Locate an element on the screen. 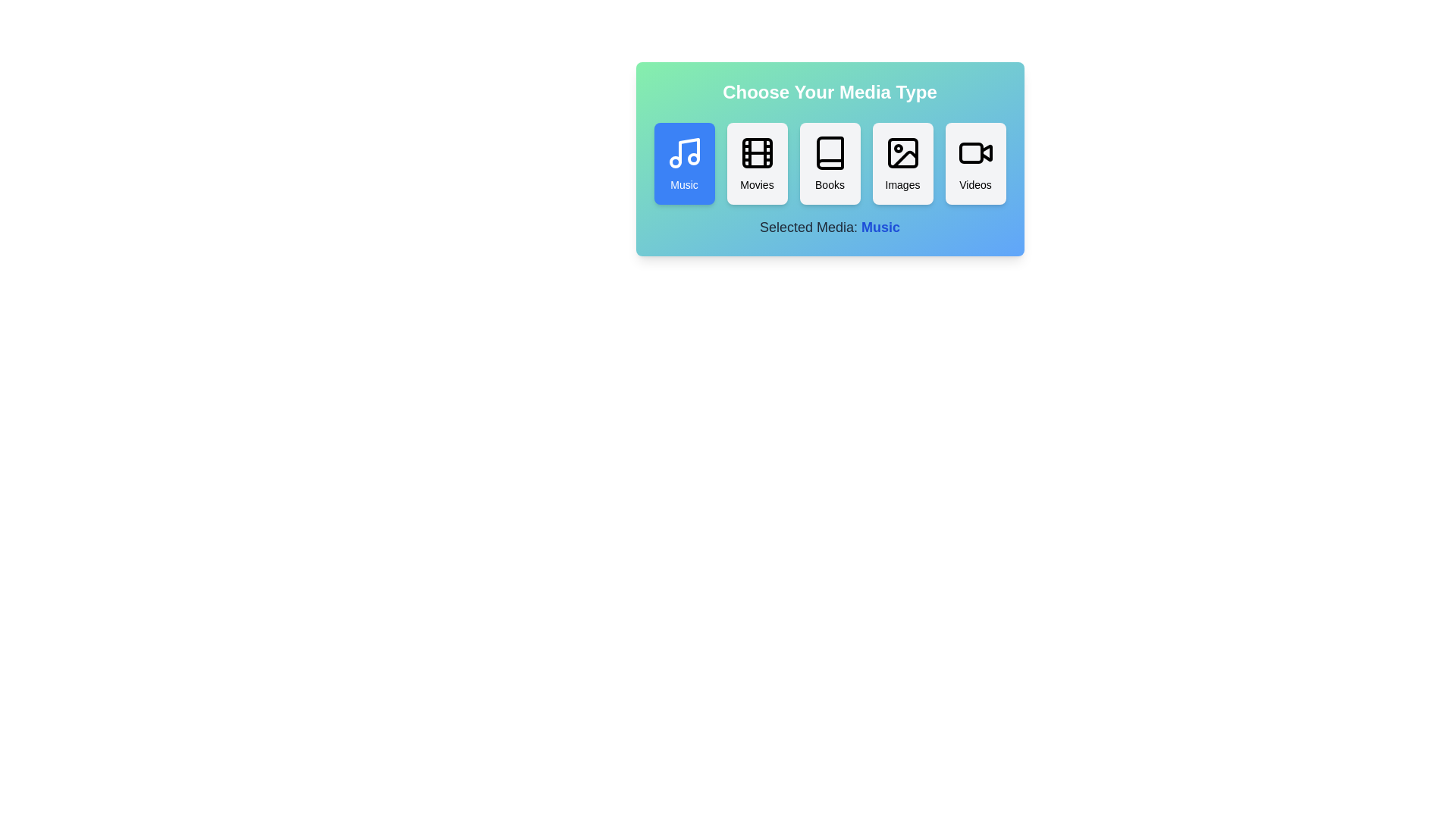 The width and height of the screenshot is (1456, 819). the Videos button to observe hover effects is located at coordinates (975, 164).